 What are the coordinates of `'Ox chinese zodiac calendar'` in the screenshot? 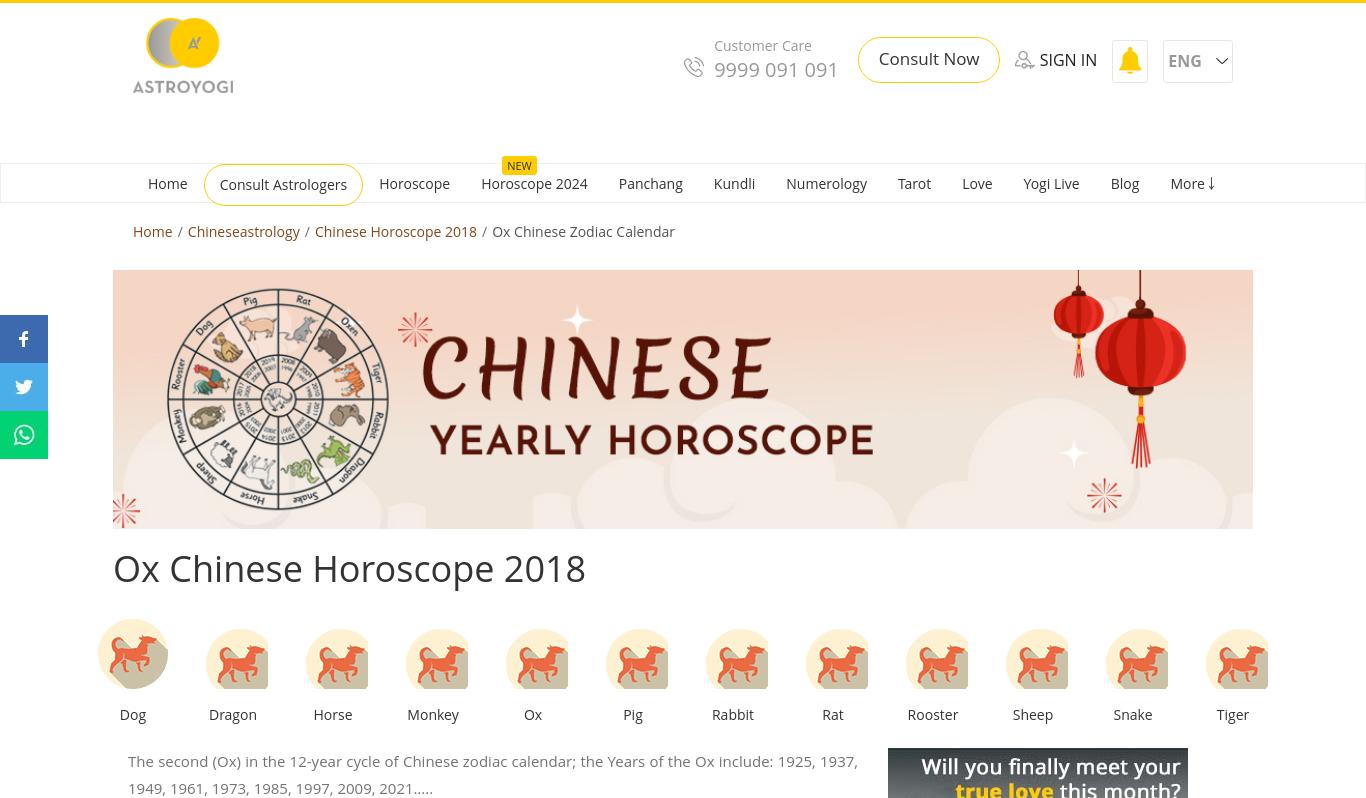 It's located at (582, 230).